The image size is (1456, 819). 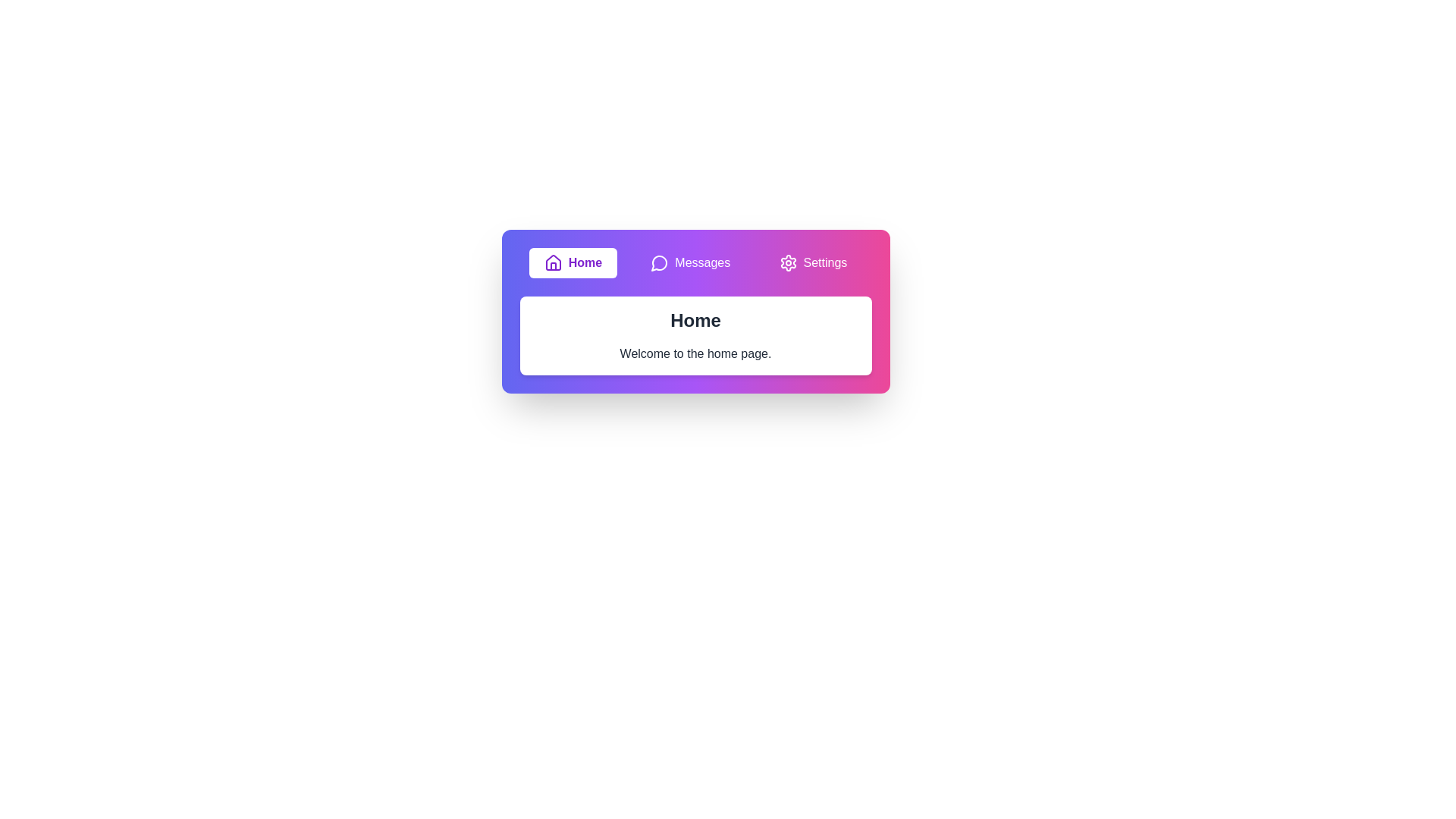 I want to click on the 'Messages' text label, which is displayed in white font against a gradient purple and pink background, so click(x=701, y=262).